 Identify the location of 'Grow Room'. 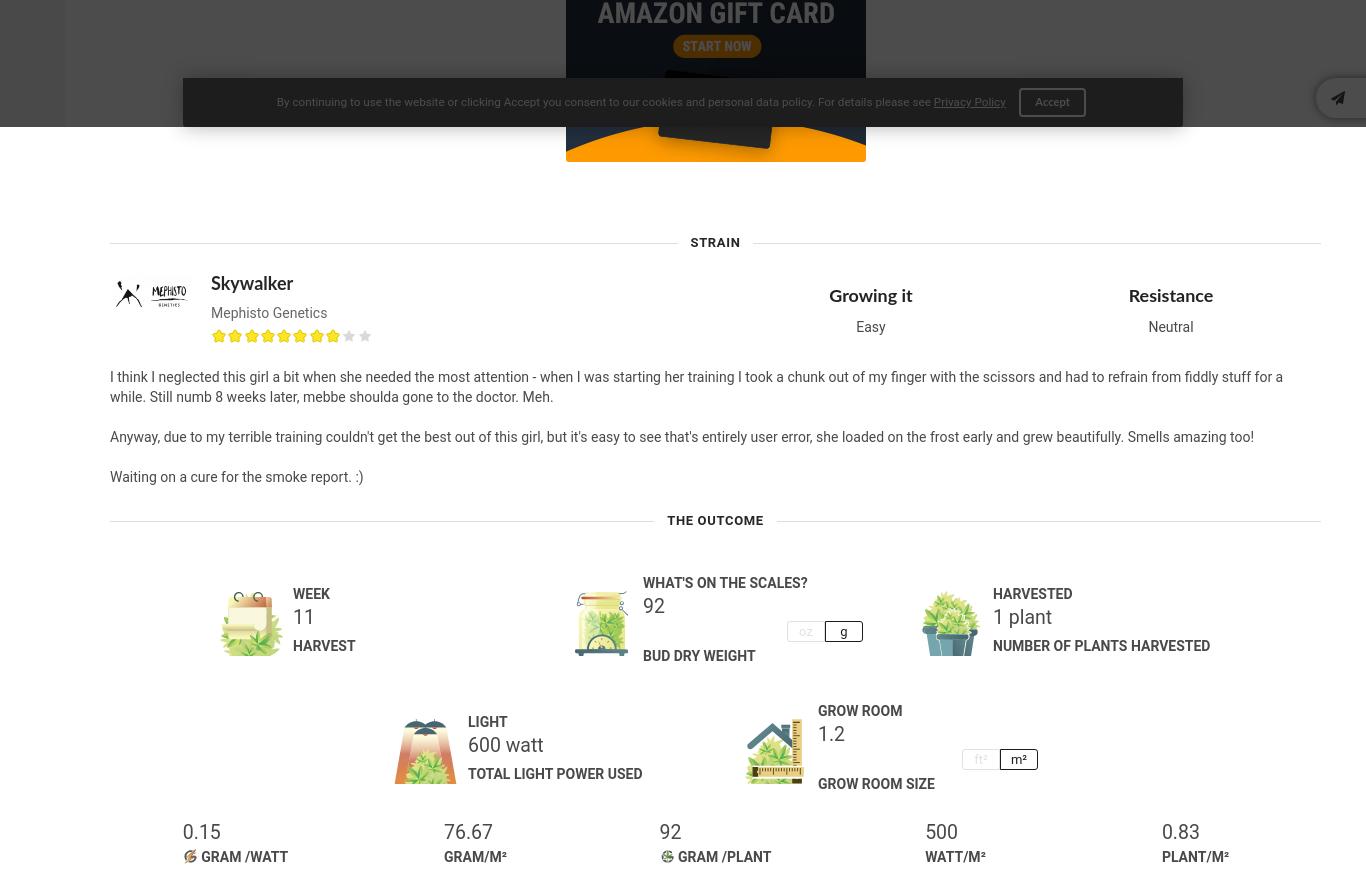
(859, 709).